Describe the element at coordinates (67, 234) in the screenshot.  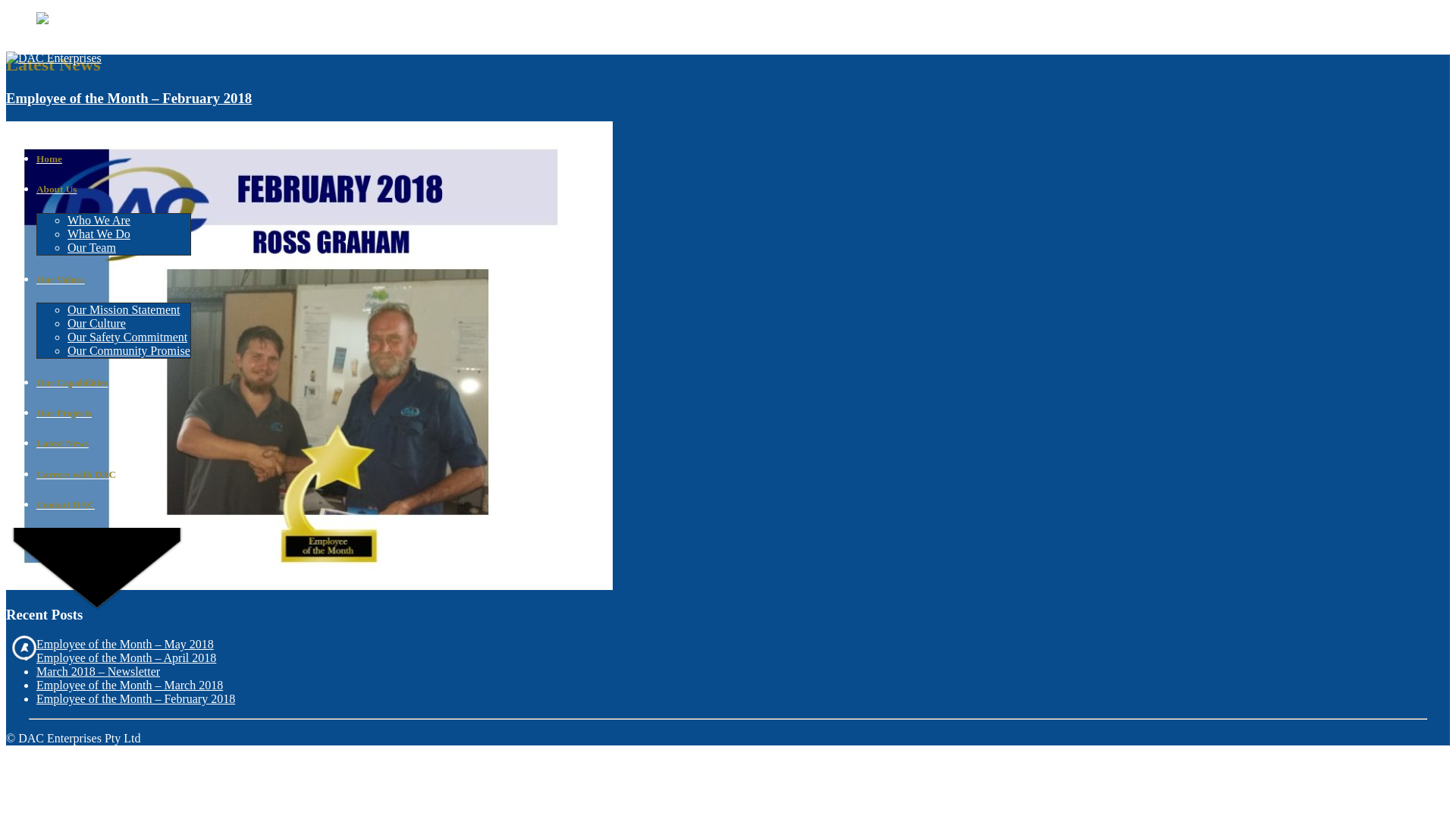
I see `'What We Do'` at that location.